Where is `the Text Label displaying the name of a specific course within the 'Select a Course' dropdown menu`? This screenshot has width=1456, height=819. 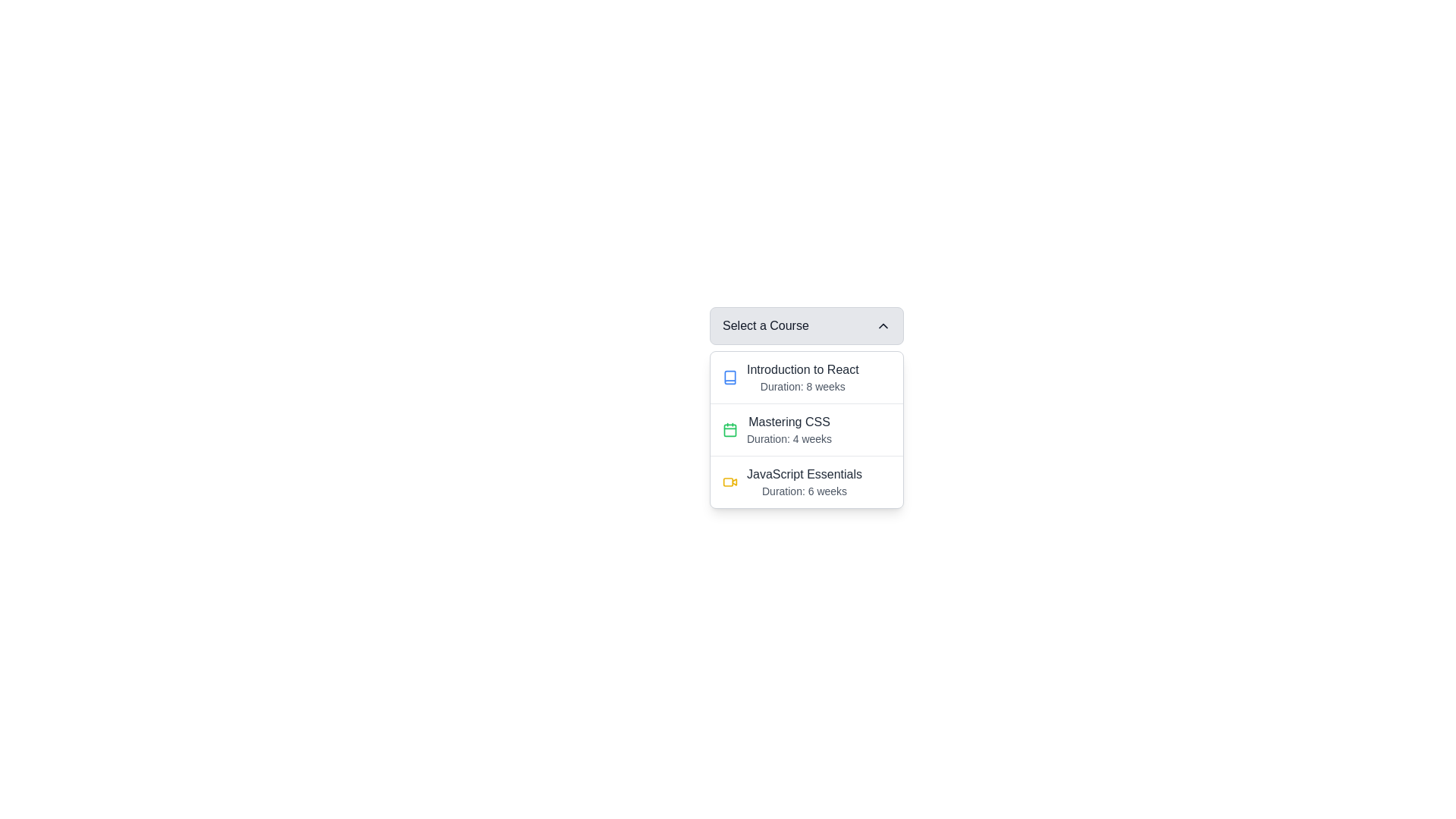
the Text Label displaying the name of a specific course within the 'Select a Course' dropdown menu is located at coordinates (803, 473).